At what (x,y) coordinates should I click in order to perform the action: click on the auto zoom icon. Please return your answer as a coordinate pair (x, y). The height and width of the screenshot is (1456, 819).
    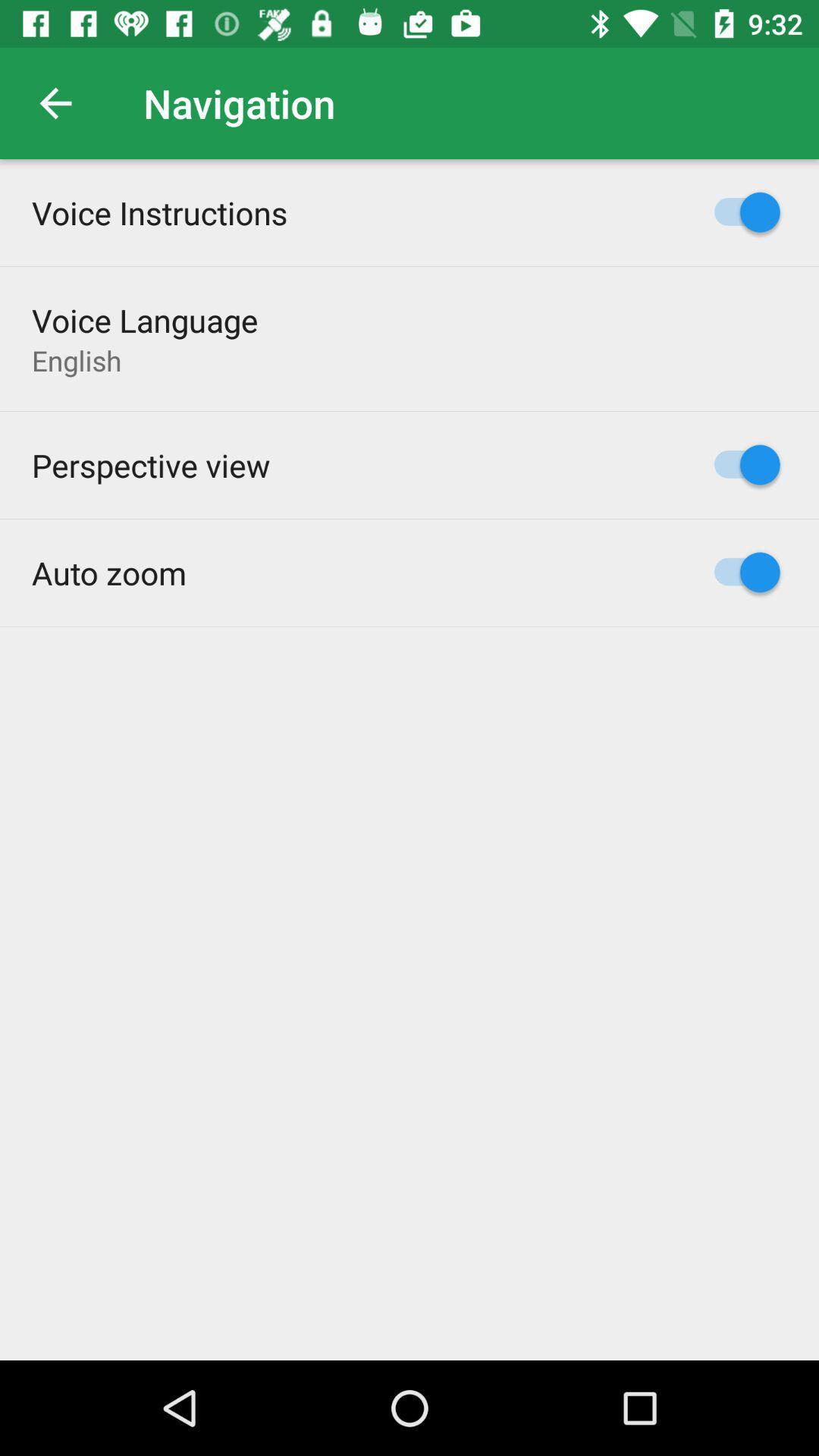
    Looking at the image, I should click on (108, 572).